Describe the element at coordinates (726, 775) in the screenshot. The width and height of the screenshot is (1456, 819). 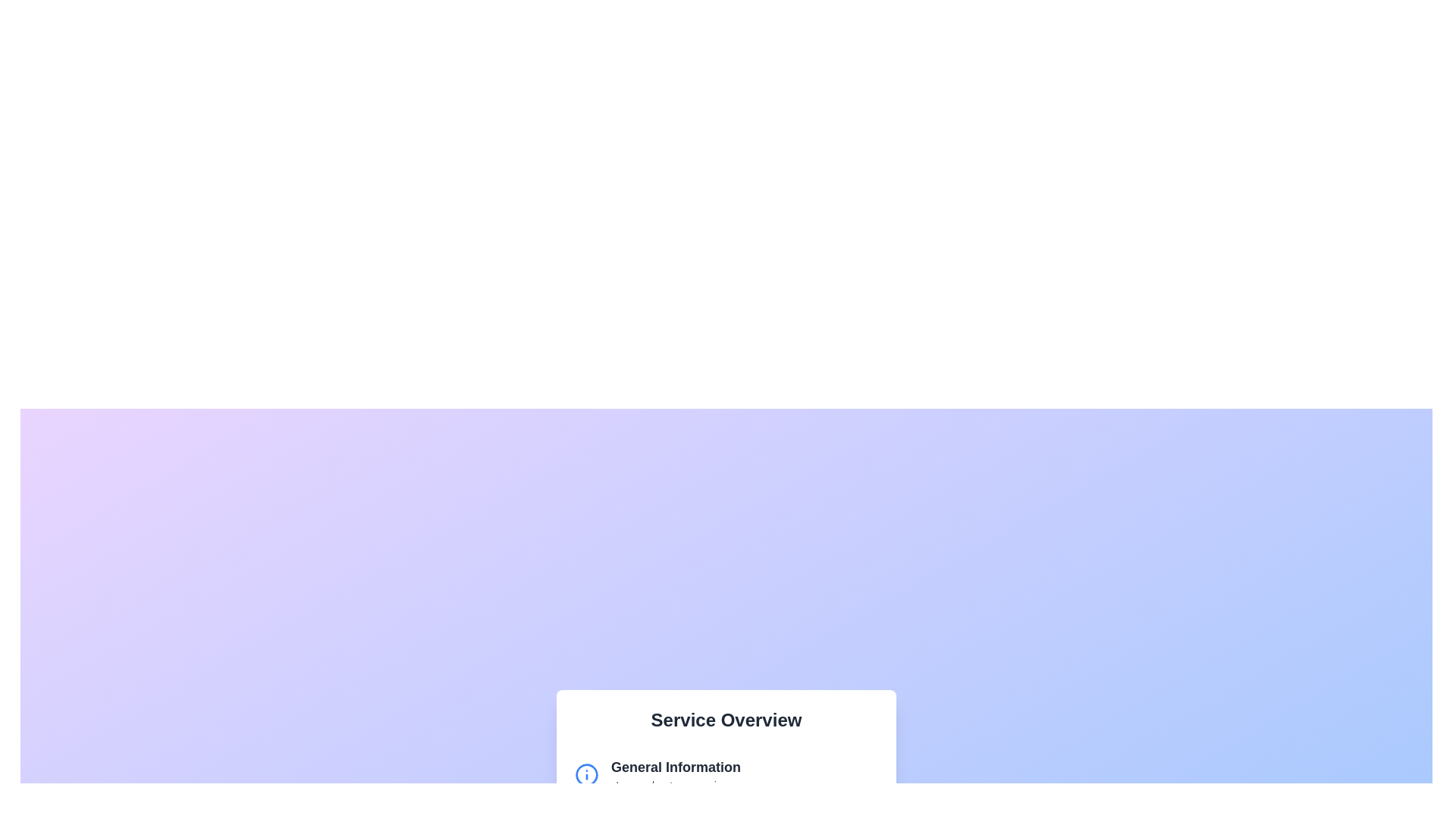
I see `the Informational display section located in the 'Service Overview' area for more details` at that location.